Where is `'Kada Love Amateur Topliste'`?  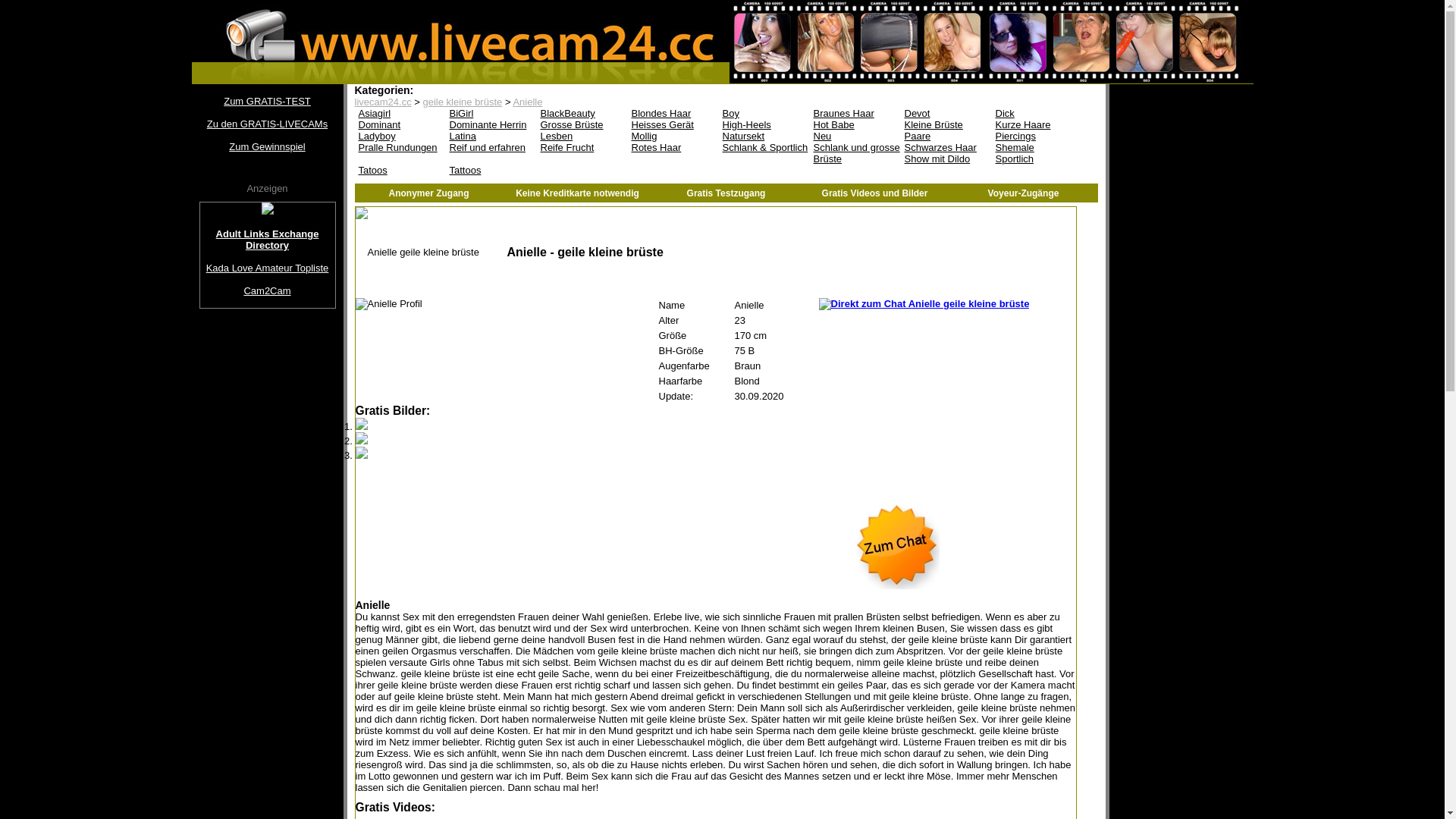
'Kada Love Amateur Topliste' is located at coordinates (268, 267).